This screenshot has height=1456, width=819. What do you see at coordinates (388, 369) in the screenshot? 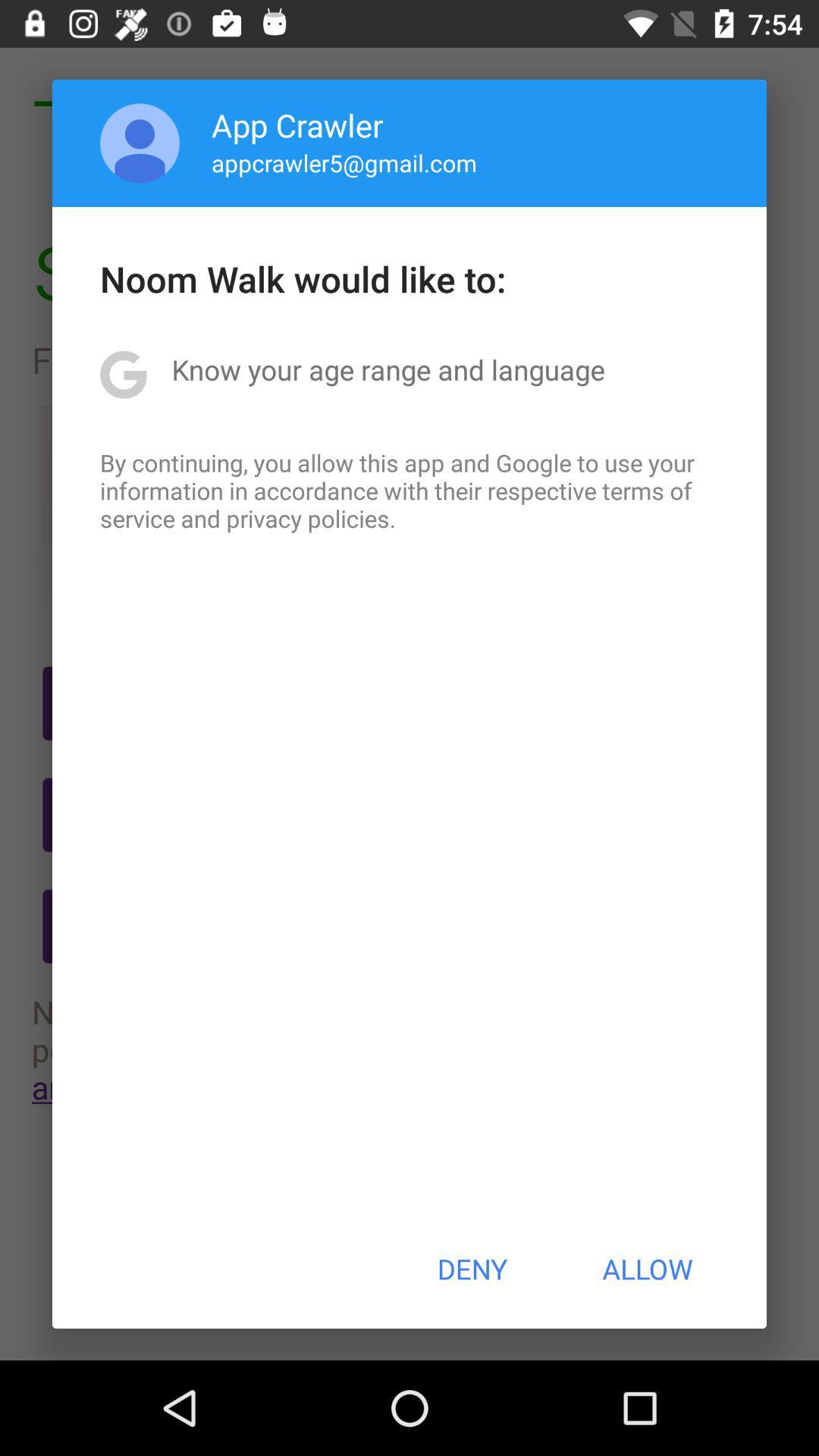
I see `the item above the by continuing you item` at bounding box center [388, 369].